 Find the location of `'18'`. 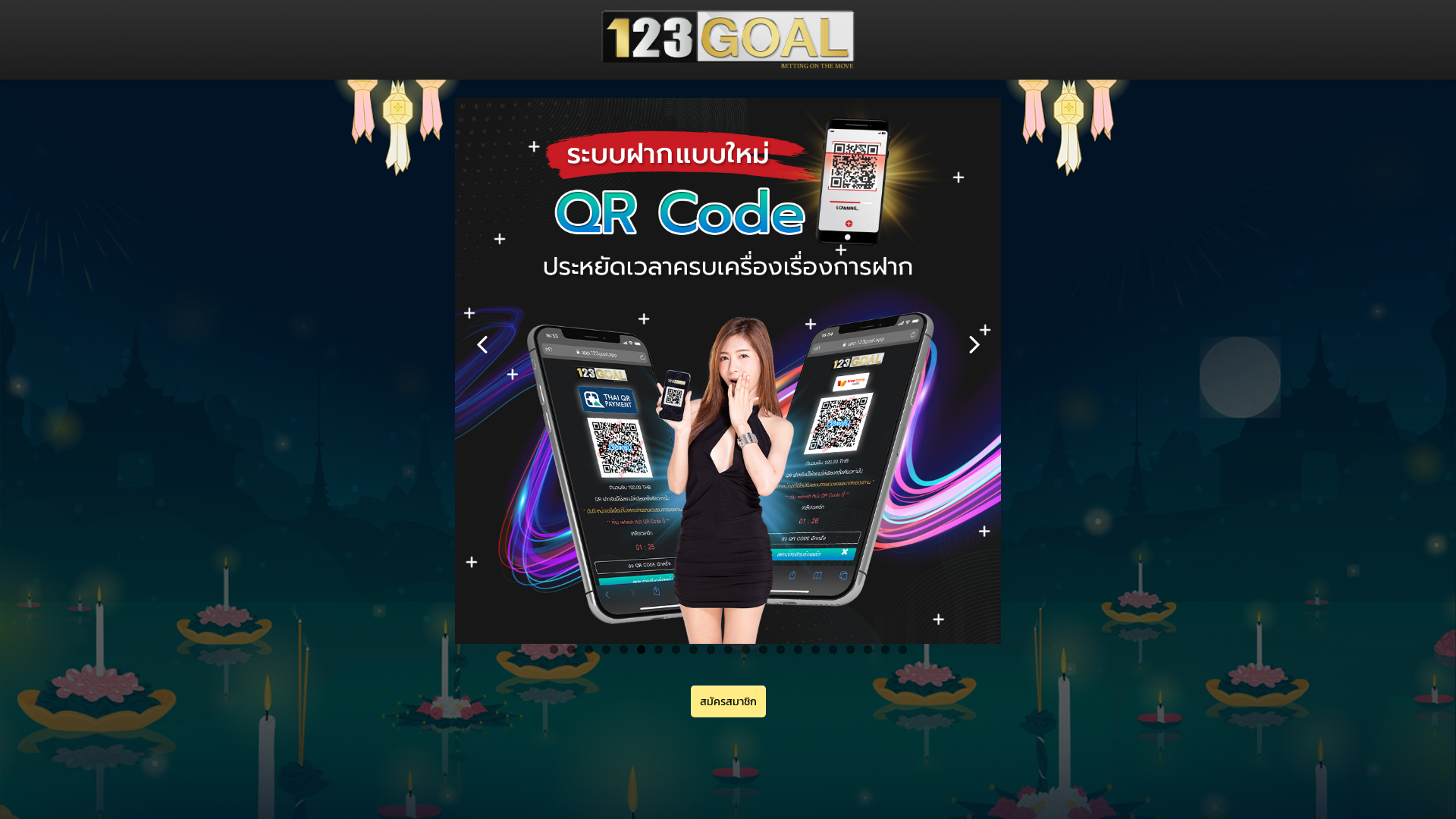

'18' is located at coordinates (850, 648).